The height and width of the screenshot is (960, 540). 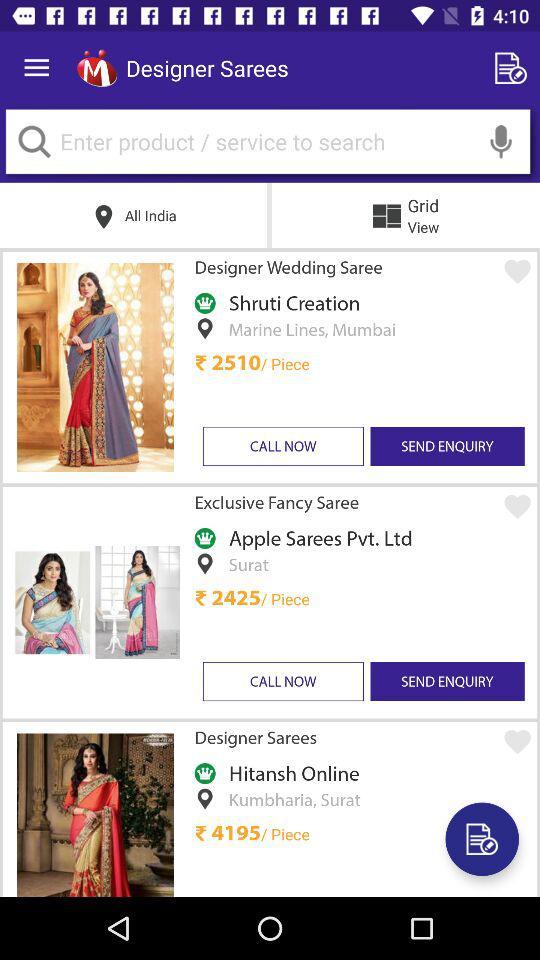 I want to click on the description icon, so click(x=481, y=839).